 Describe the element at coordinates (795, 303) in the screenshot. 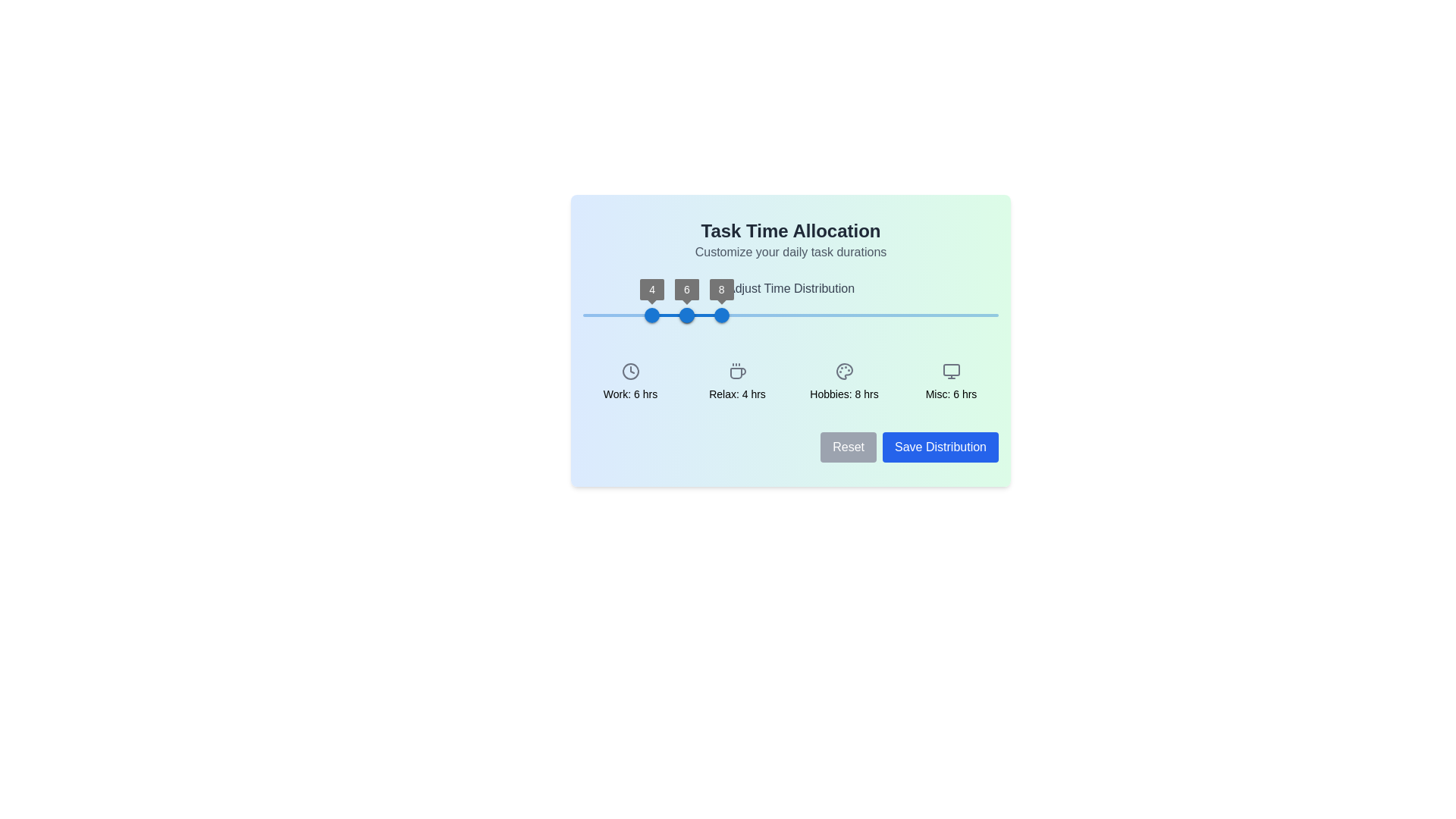

I see `the slider` at that location.